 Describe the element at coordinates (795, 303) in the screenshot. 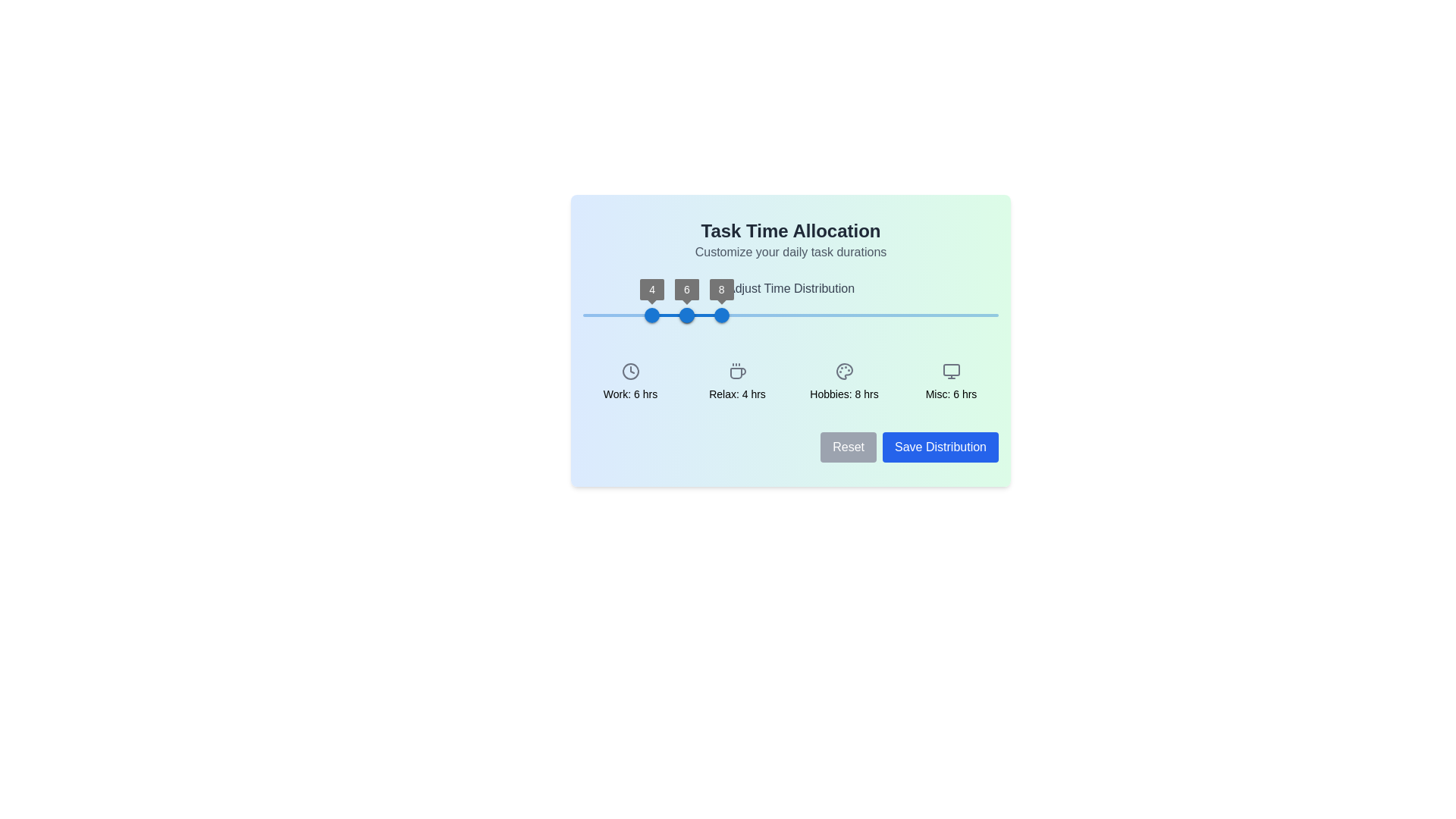

I see `the slider` at that location.